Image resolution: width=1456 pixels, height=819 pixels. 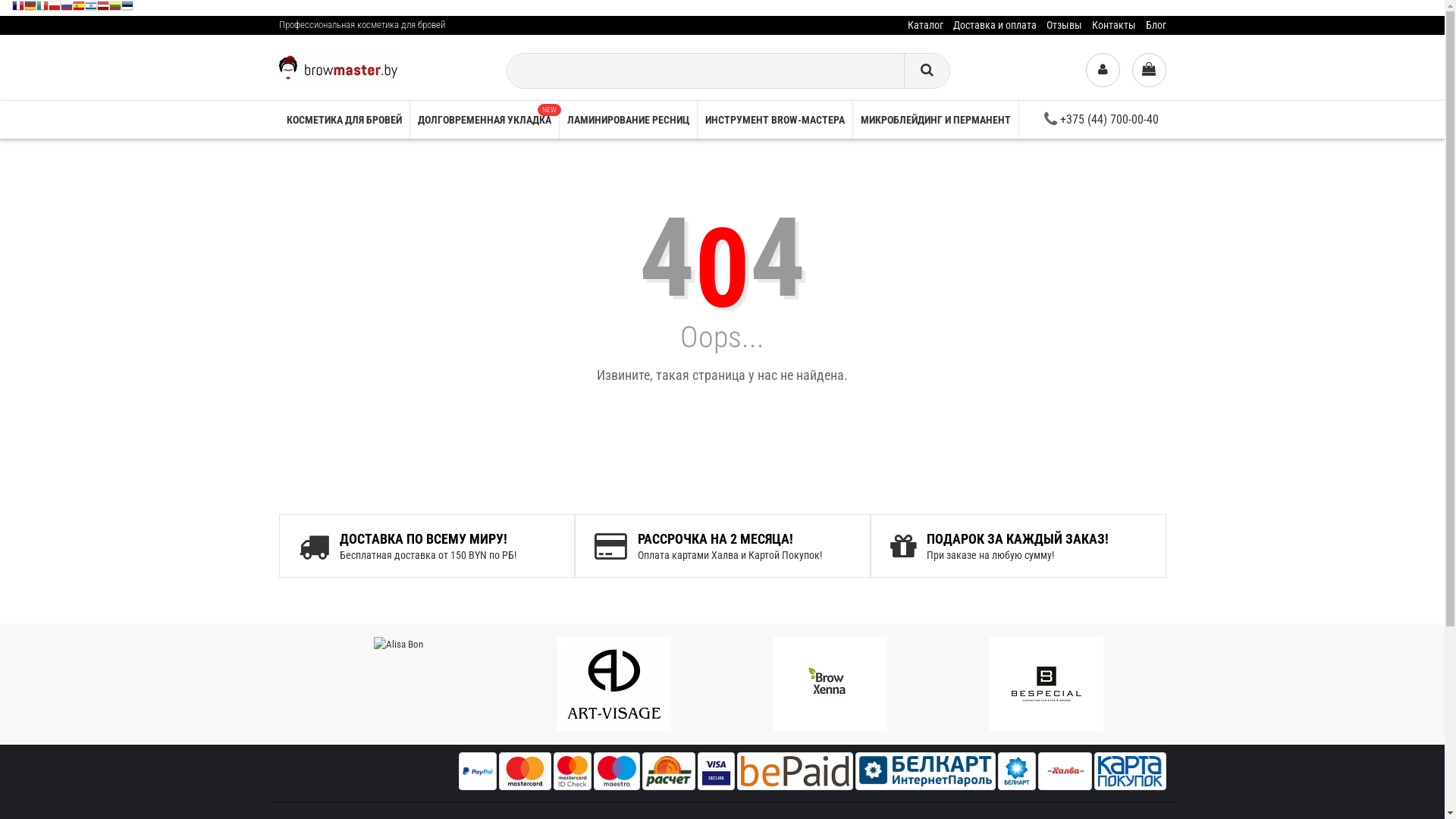 I want to click on 'Visa', so click(x=715, y=771).